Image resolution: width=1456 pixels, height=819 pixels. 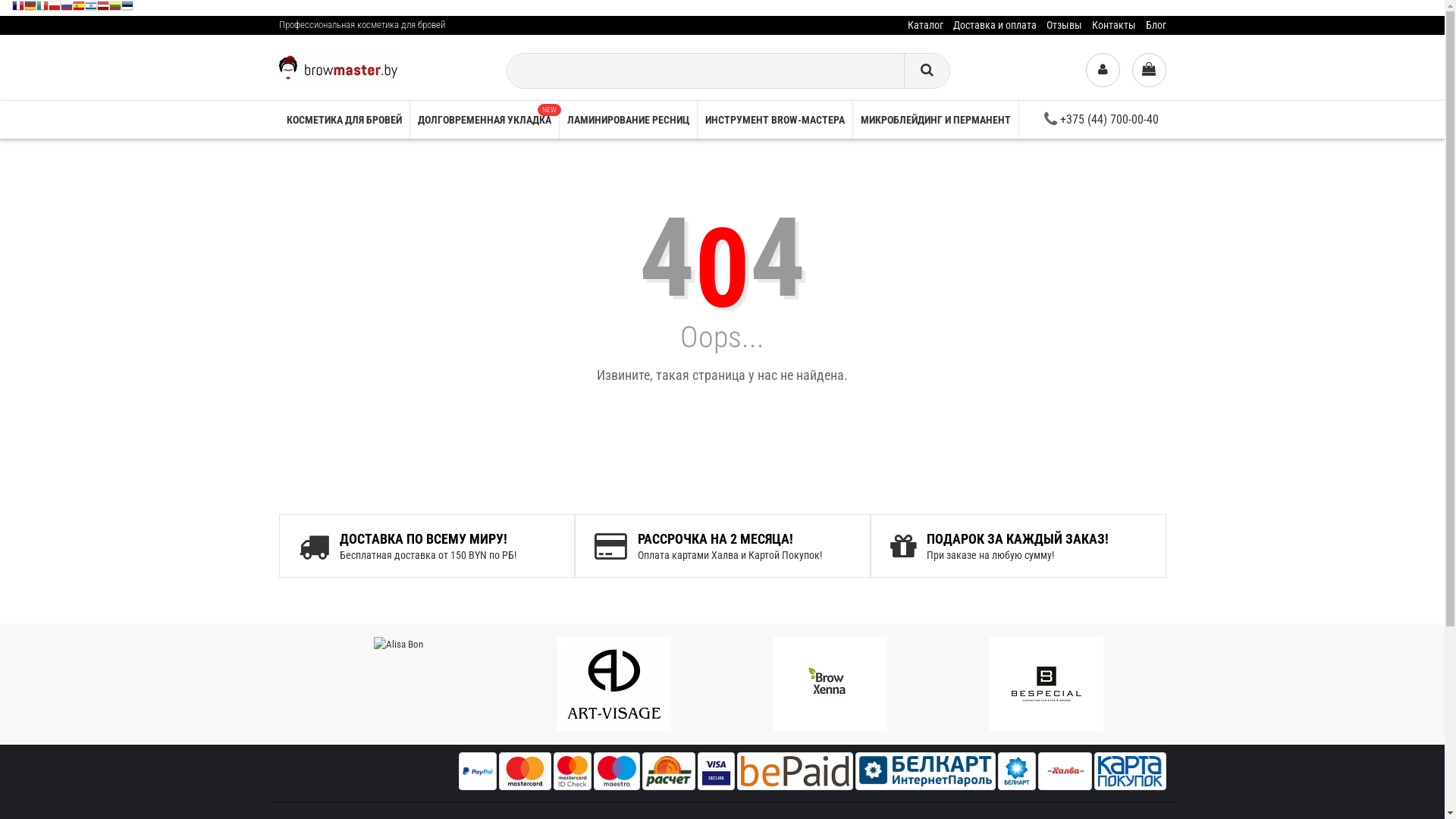 I want to click on 'Visa', so click(x=715, y=771).